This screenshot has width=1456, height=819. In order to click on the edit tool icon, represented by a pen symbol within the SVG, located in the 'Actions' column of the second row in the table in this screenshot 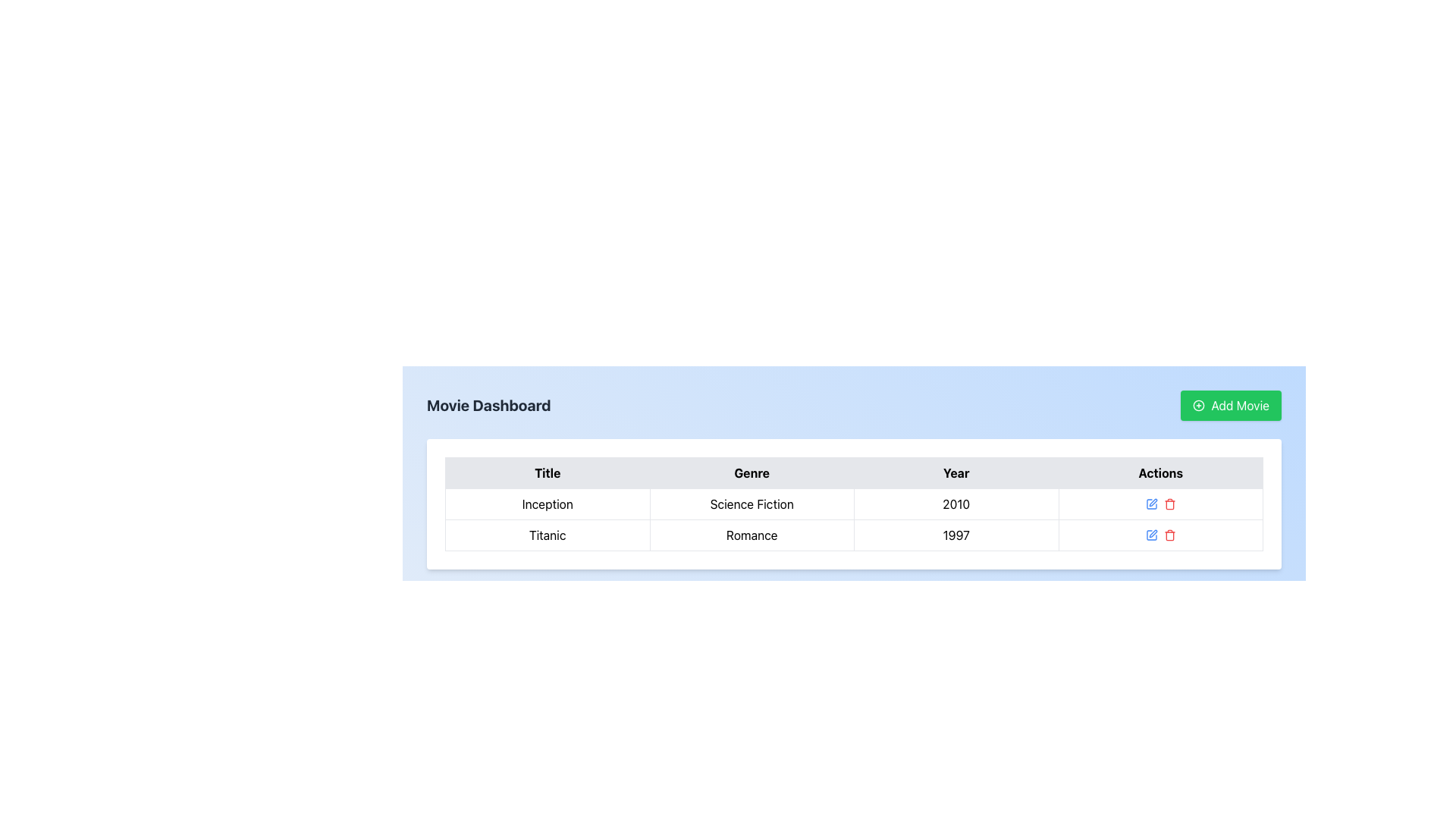, I will do `click(1153, 503)`.